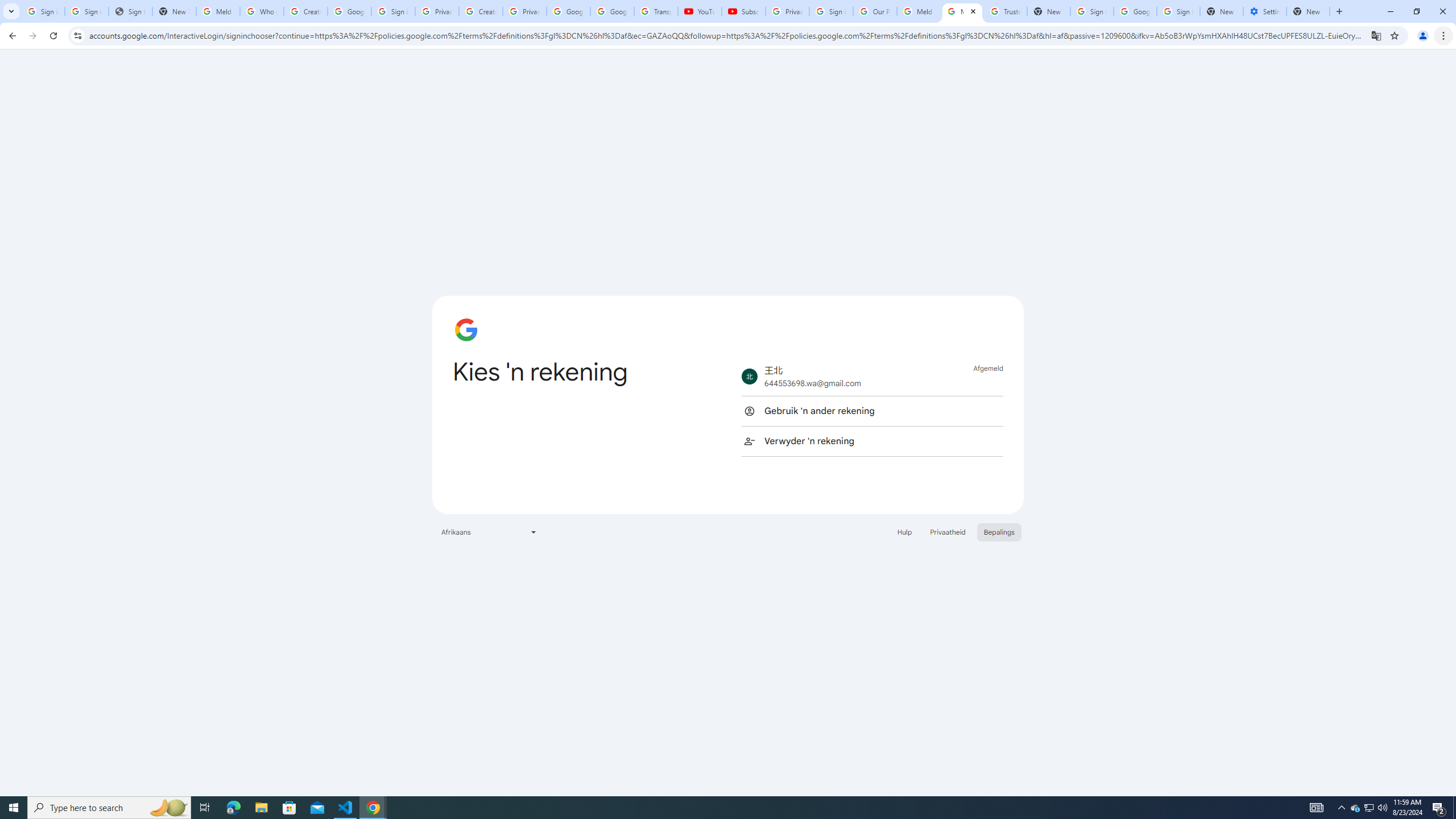 Image resolution: width=1456 pixels, height=819 pixels. Describe the element at coordinates (481, 11) in the screenshot. I see `'Create your Google Account'` at that location.